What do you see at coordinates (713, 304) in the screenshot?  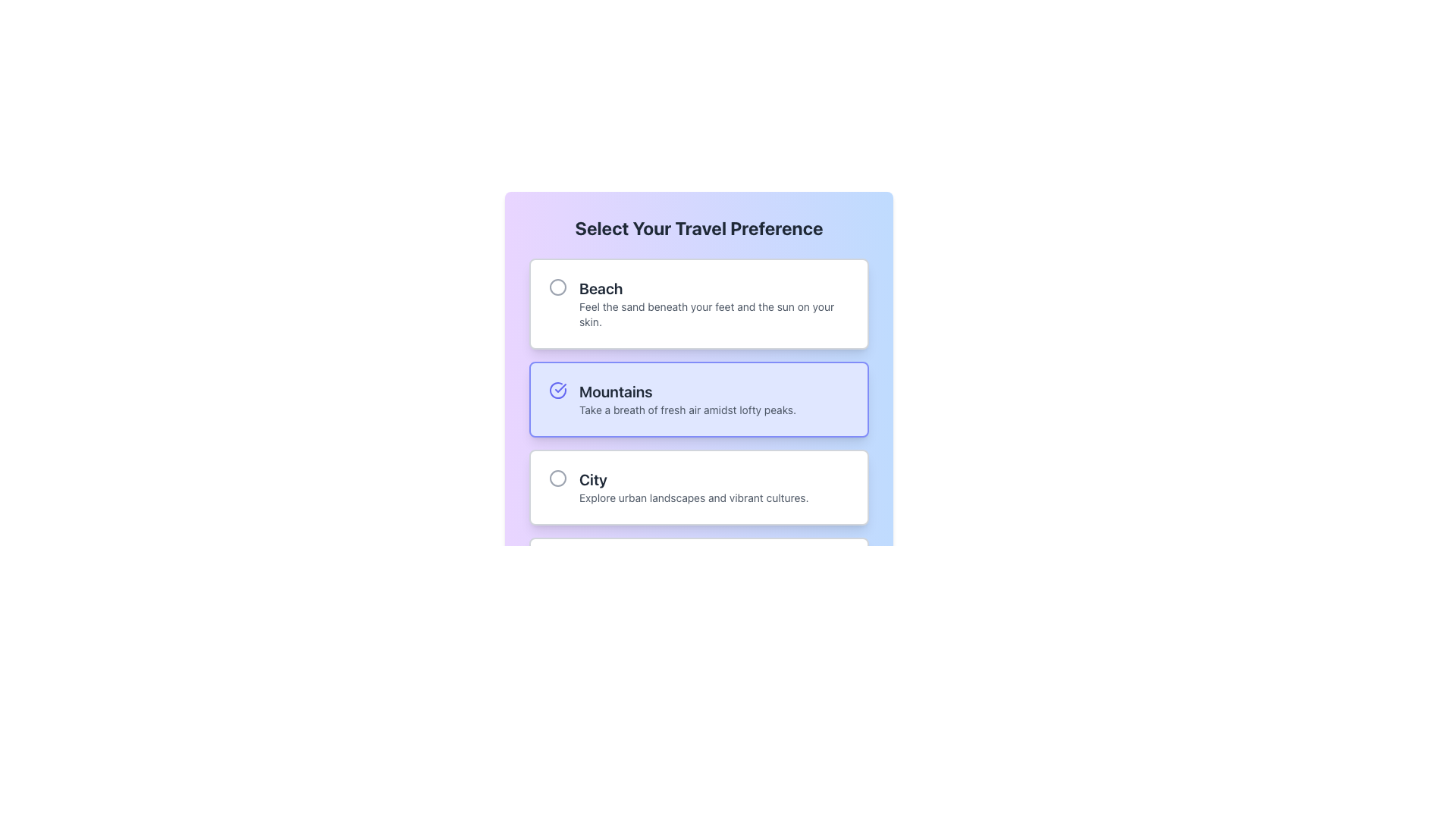 I see `the 'Beach' travel preference radio button option within the first card-like block of selectable options by navigating through the keyboard` at bounding box center [713, 304].